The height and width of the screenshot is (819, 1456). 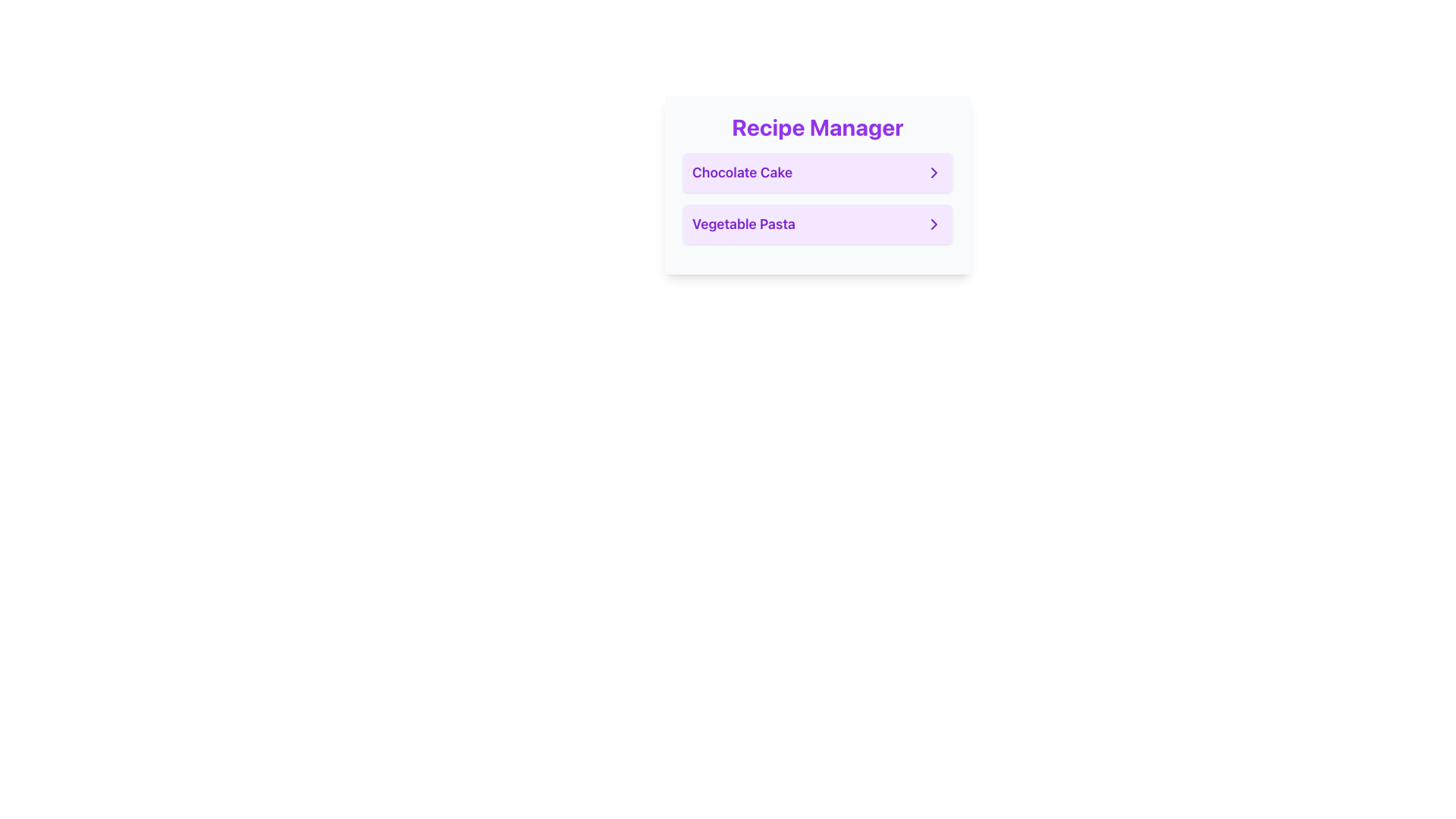 I want to click on the 'Chocolate Cake' button, which is a rectangular button with a white background and rounded corners, located under the 'Recipe Manager' section, so click(x=817, y=171).